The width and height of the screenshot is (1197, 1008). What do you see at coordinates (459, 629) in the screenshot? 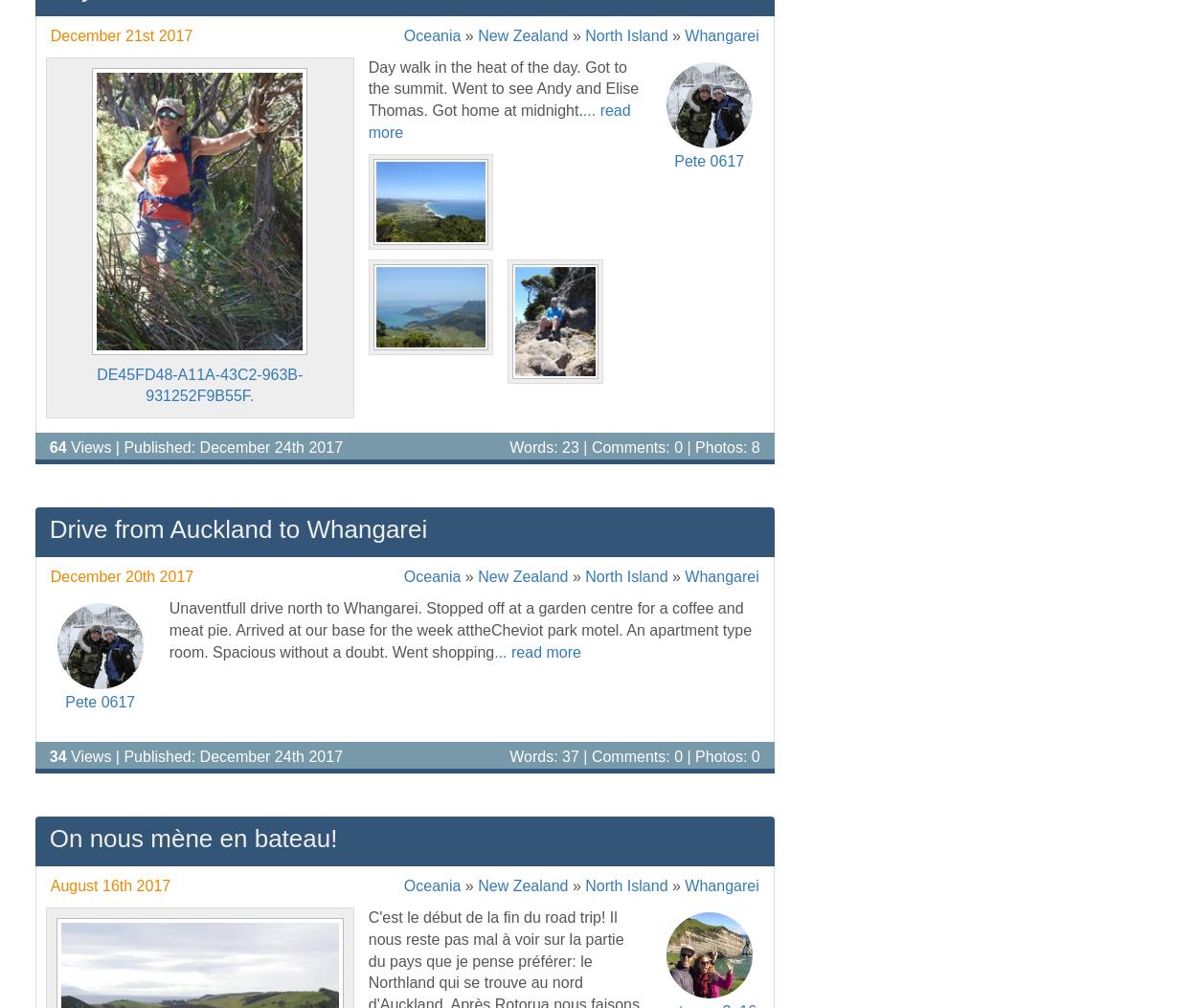
I see `'Unaventfull drive north to Whangarei. Stopped off at a garden centre for a coffee and meat pie. Arrived at our base for the week attheCheviot park motel. An apartment type room. Spacious without a doubt. Went shopping'` at bounding box center [459, 629].